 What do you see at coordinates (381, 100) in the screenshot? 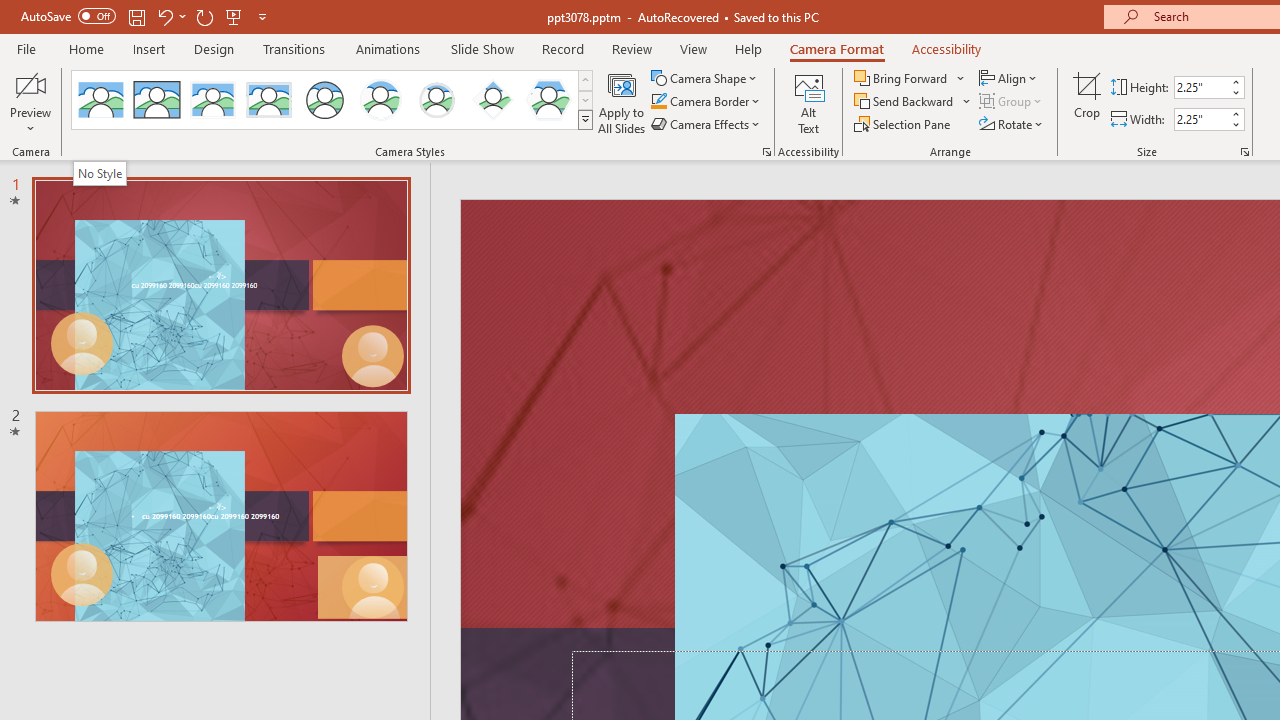
I see `'Center Shadow Circle'` at bounding box center [381, 100].